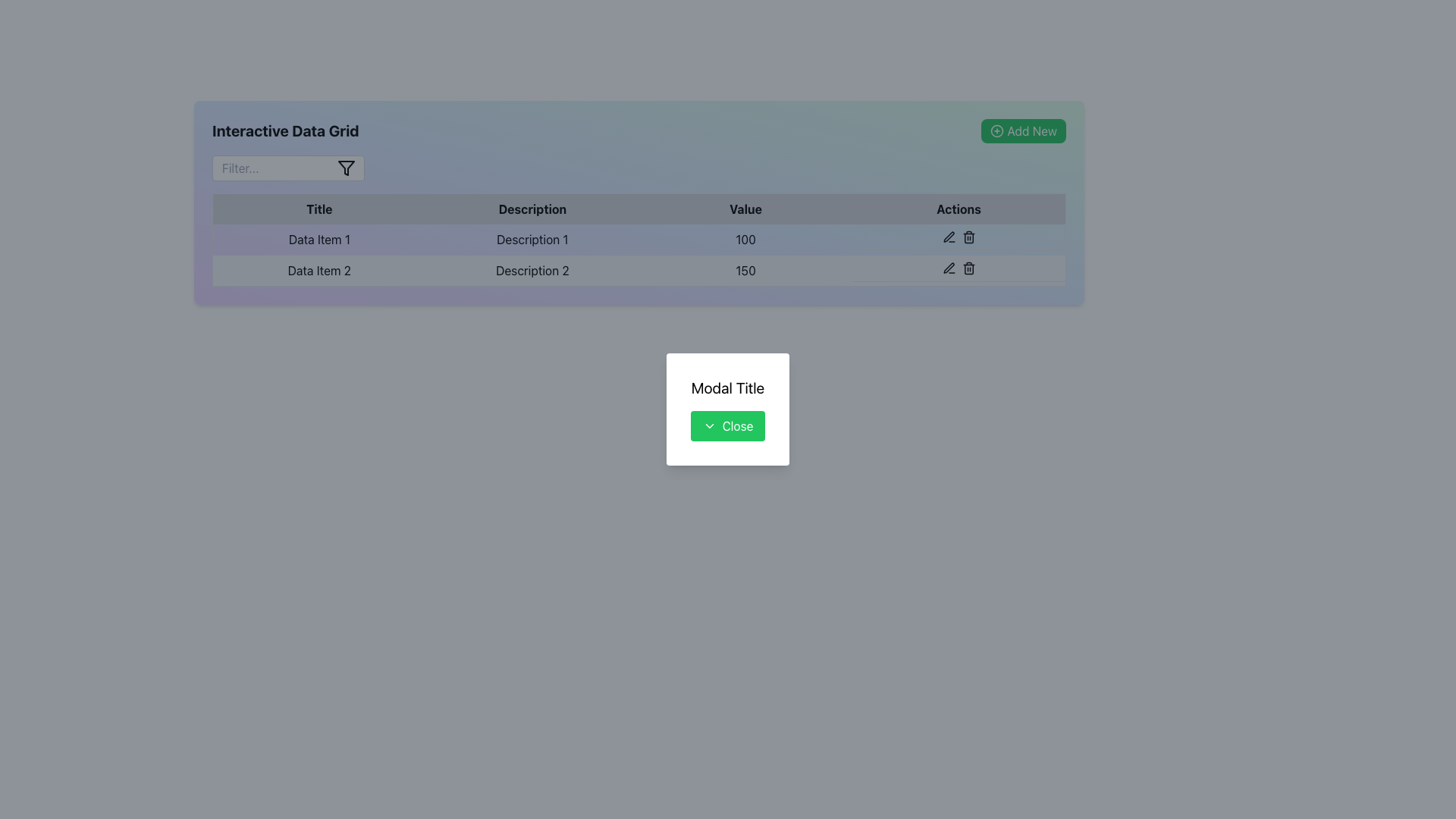 The width and height of the screenshot is (1456, 819). What do you see at coordinates (968, 237) in the screenshot?
I see `the Delete Icon Button, which resembles a trash can and is located in the Actions column for Data Item 1` at bounding box center [968, 237].